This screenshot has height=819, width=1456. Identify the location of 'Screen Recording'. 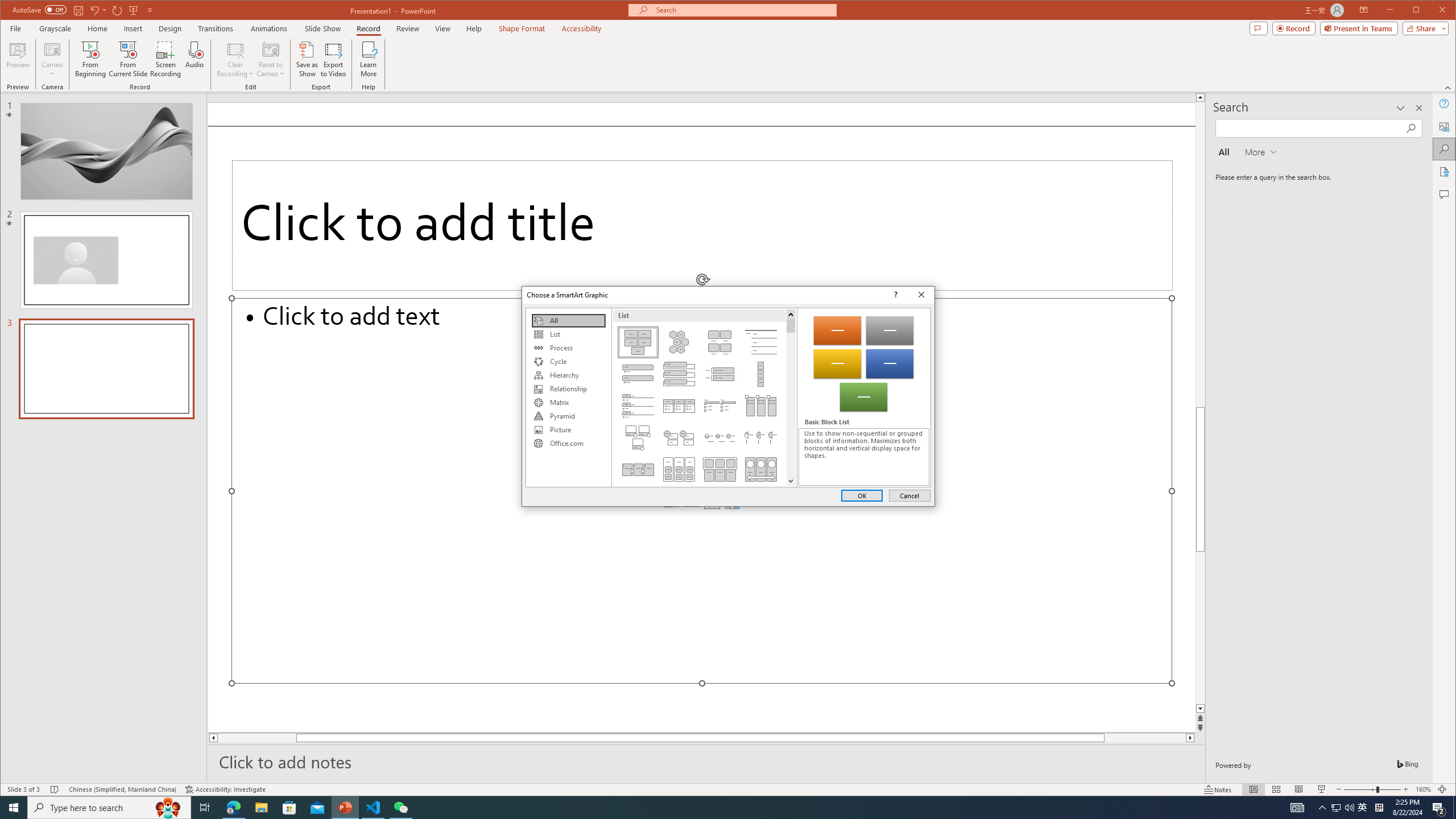
(164, 59).